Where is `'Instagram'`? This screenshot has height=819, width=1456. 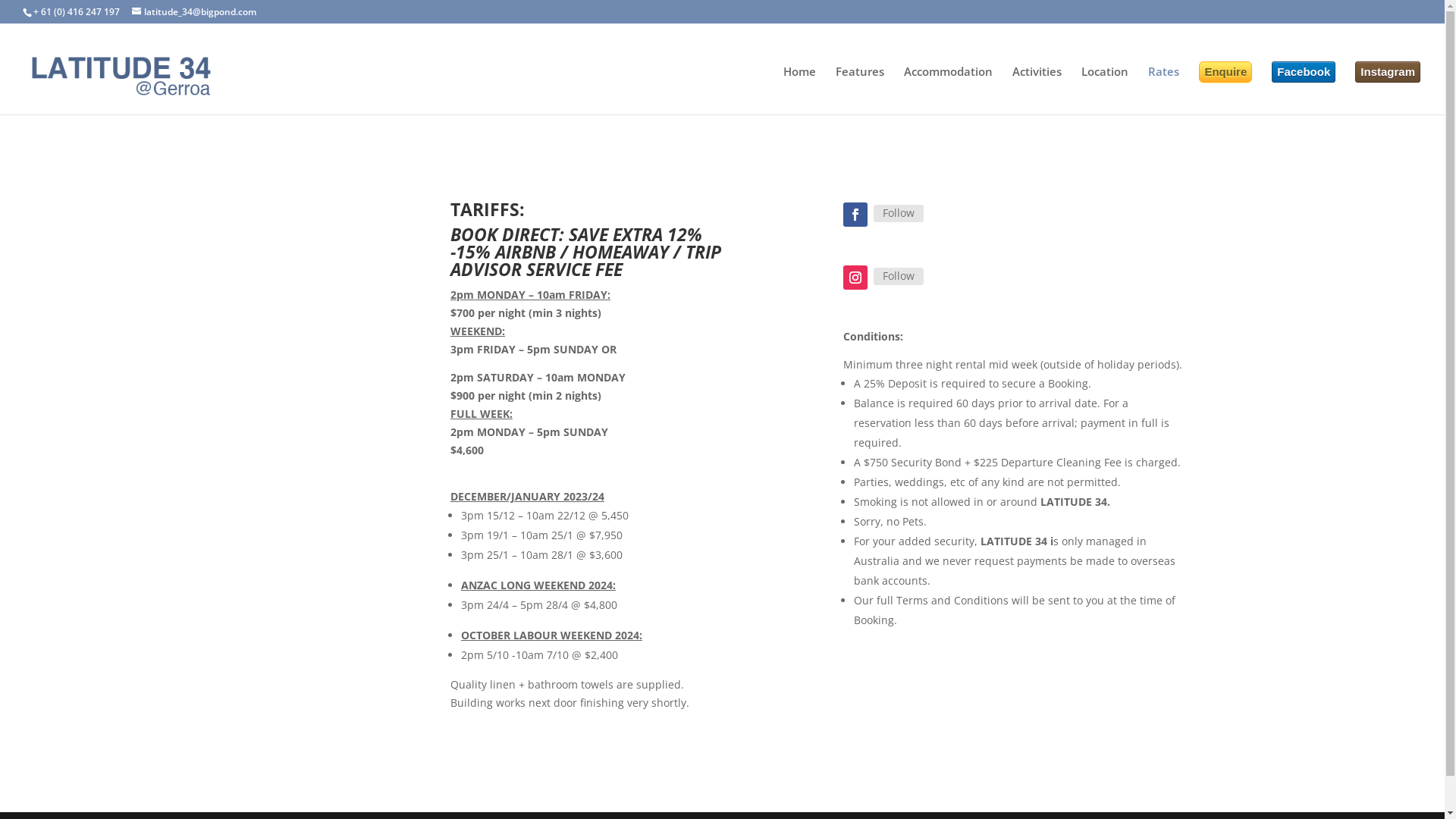 'Instagram' is located at coordinates (1354, 72).